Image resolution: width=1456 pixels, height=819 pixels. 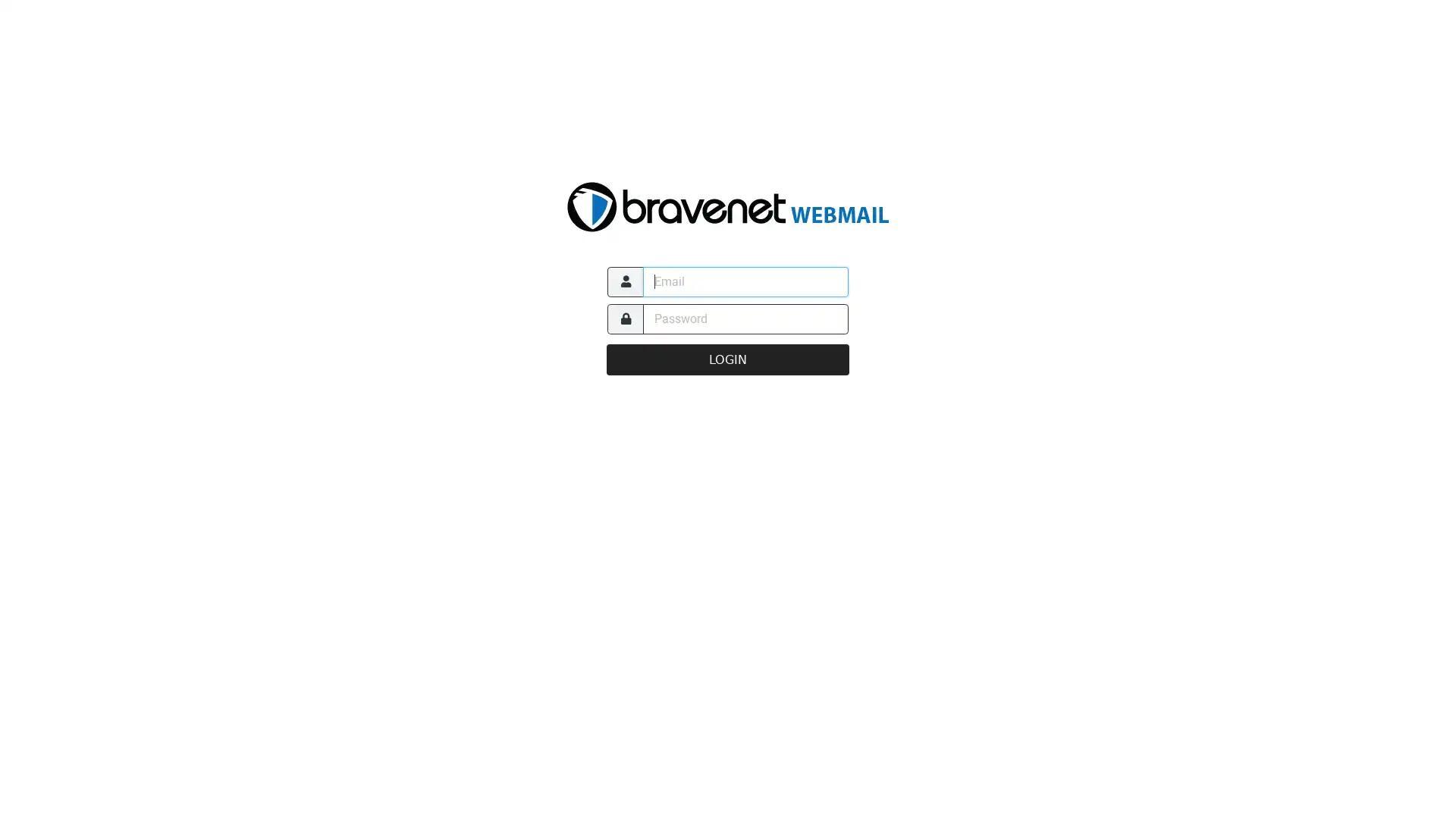 I want to click on LOGIN, so click(x=728, y=359).